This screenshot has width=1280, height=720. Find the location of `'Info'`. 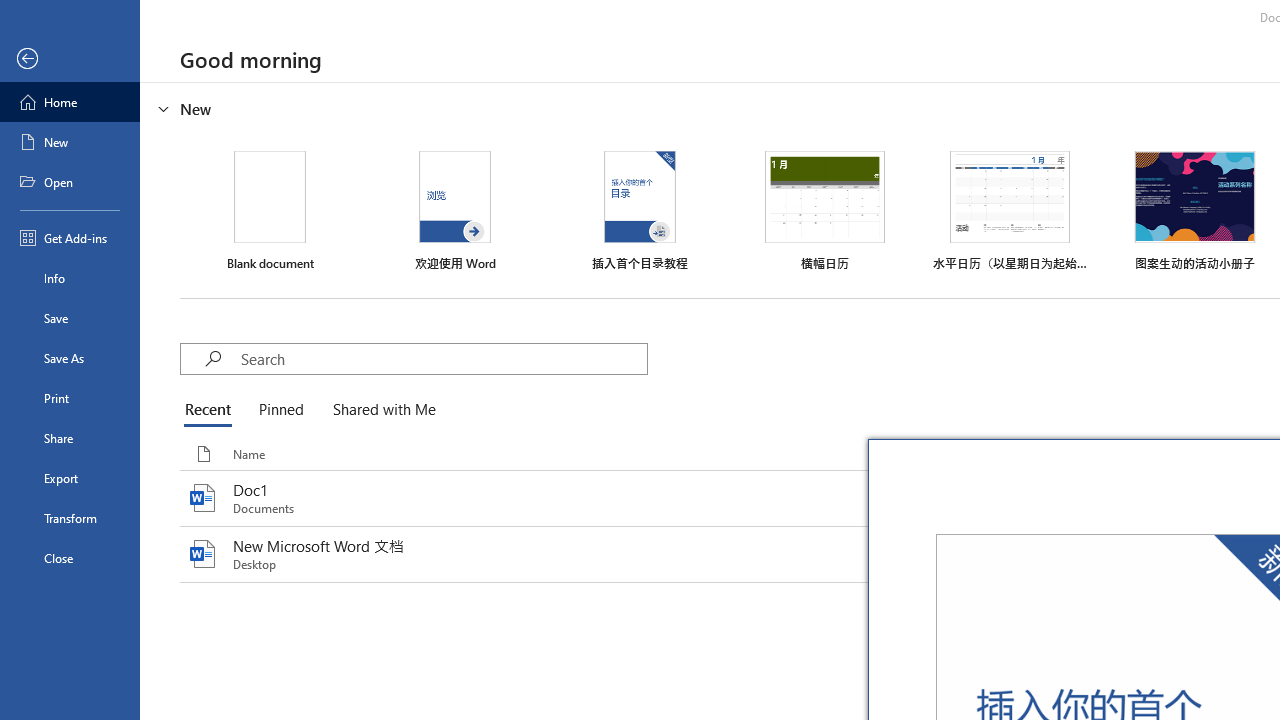

'Info' is located at coordinates (69, 277).